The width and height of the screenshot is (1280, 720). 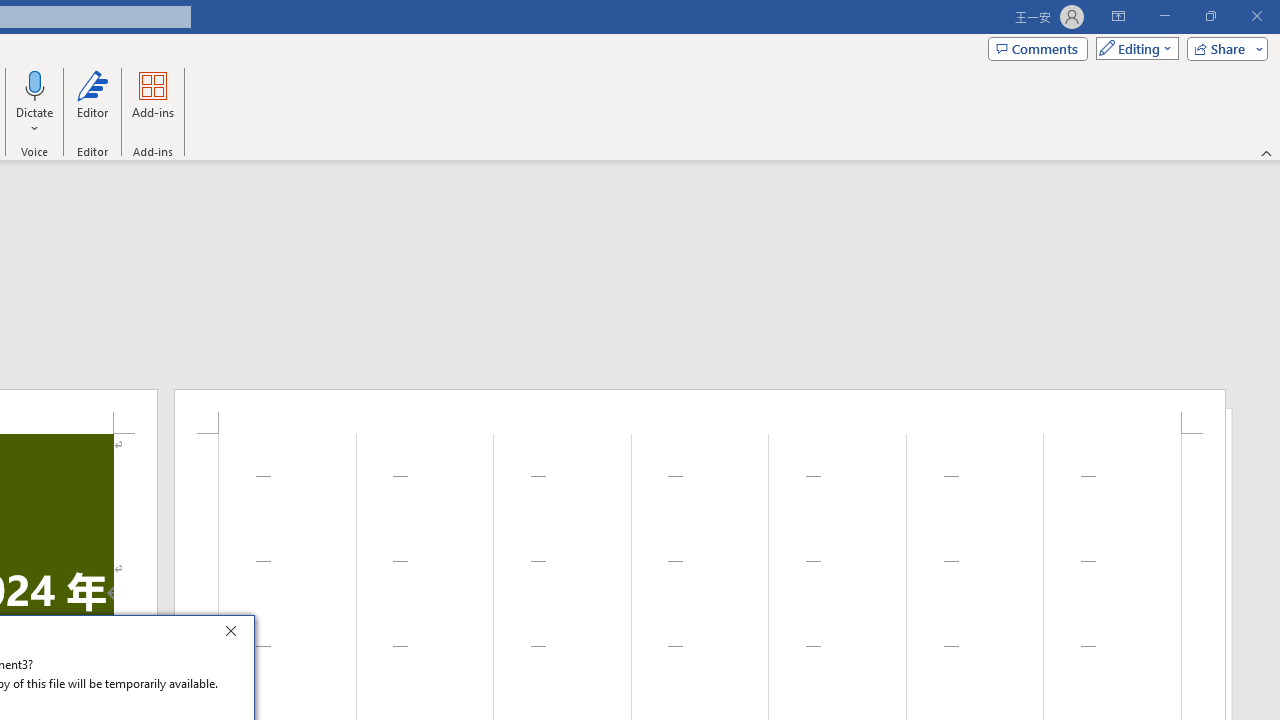 I want to click on 'Dictate', so click(x=35, y=84).